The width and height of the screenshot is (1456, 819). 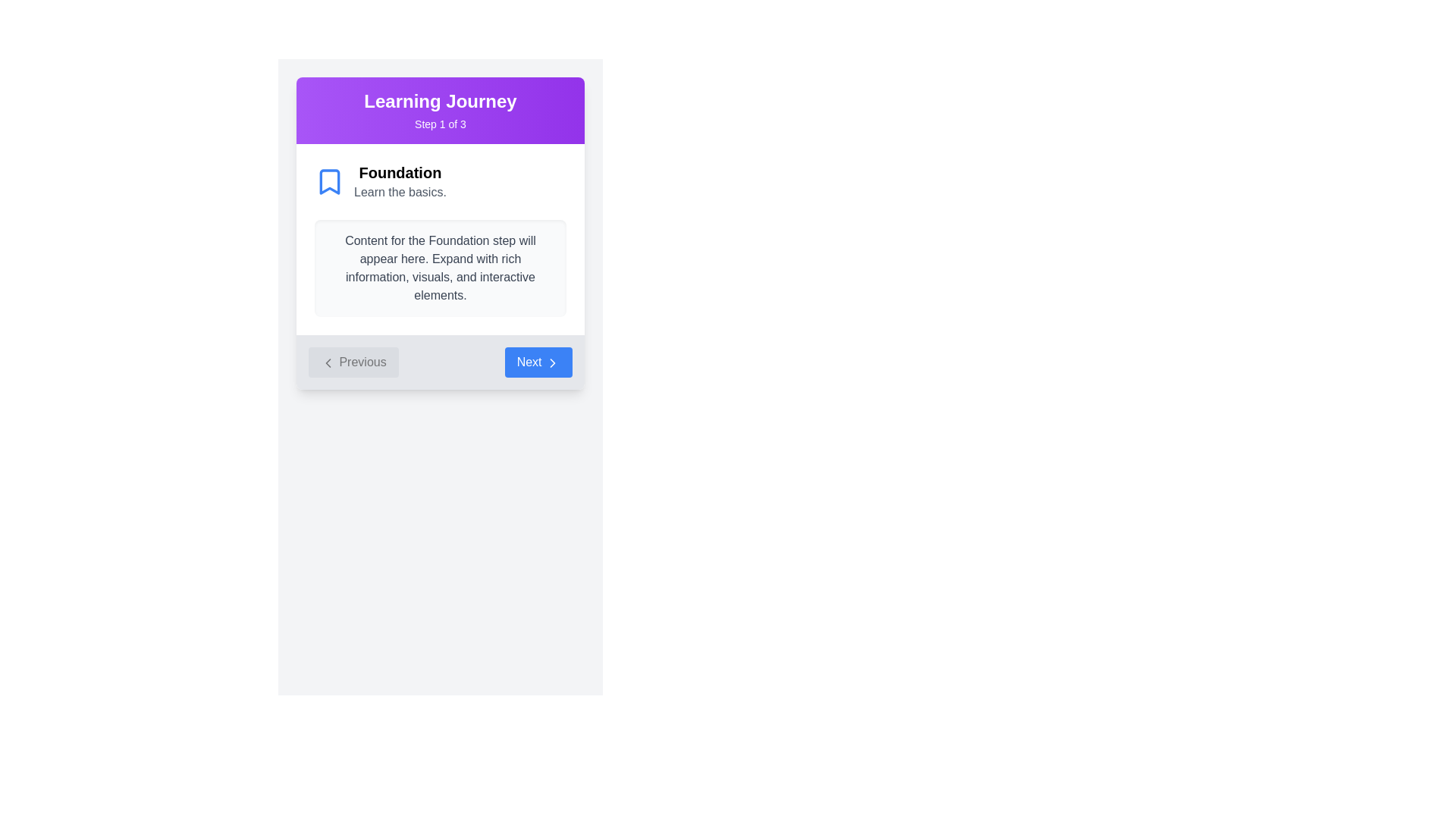 What do you see at coordinates (400, 192) in the screenshot?
I see `the text label that displays 'Learn the basics.' styled in gray, which is located below the bold title 'Foundation' in the learning navigation card` at bounding box center [400, 192].